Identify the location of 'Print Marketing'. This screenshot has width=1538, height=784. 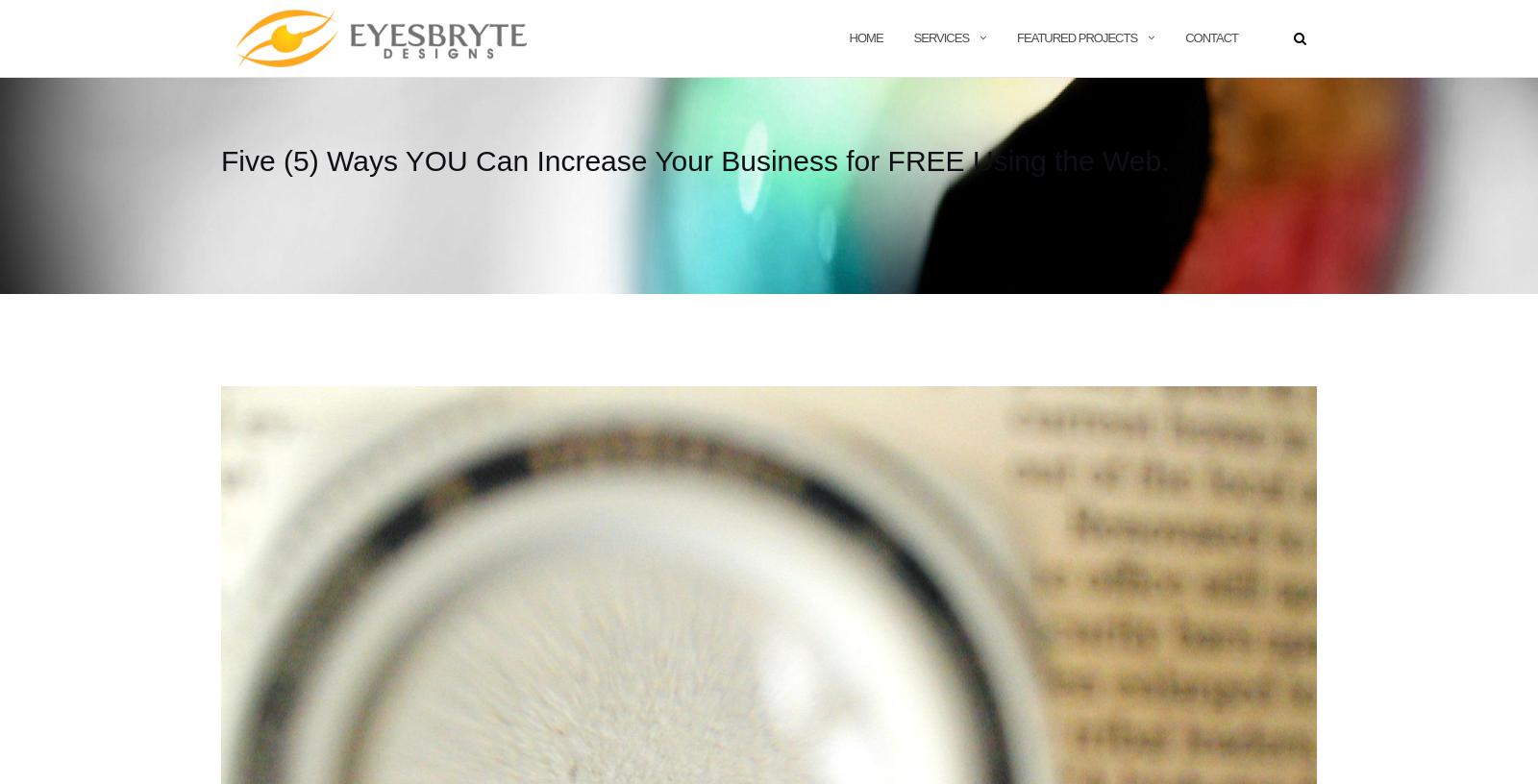
(975, 120).